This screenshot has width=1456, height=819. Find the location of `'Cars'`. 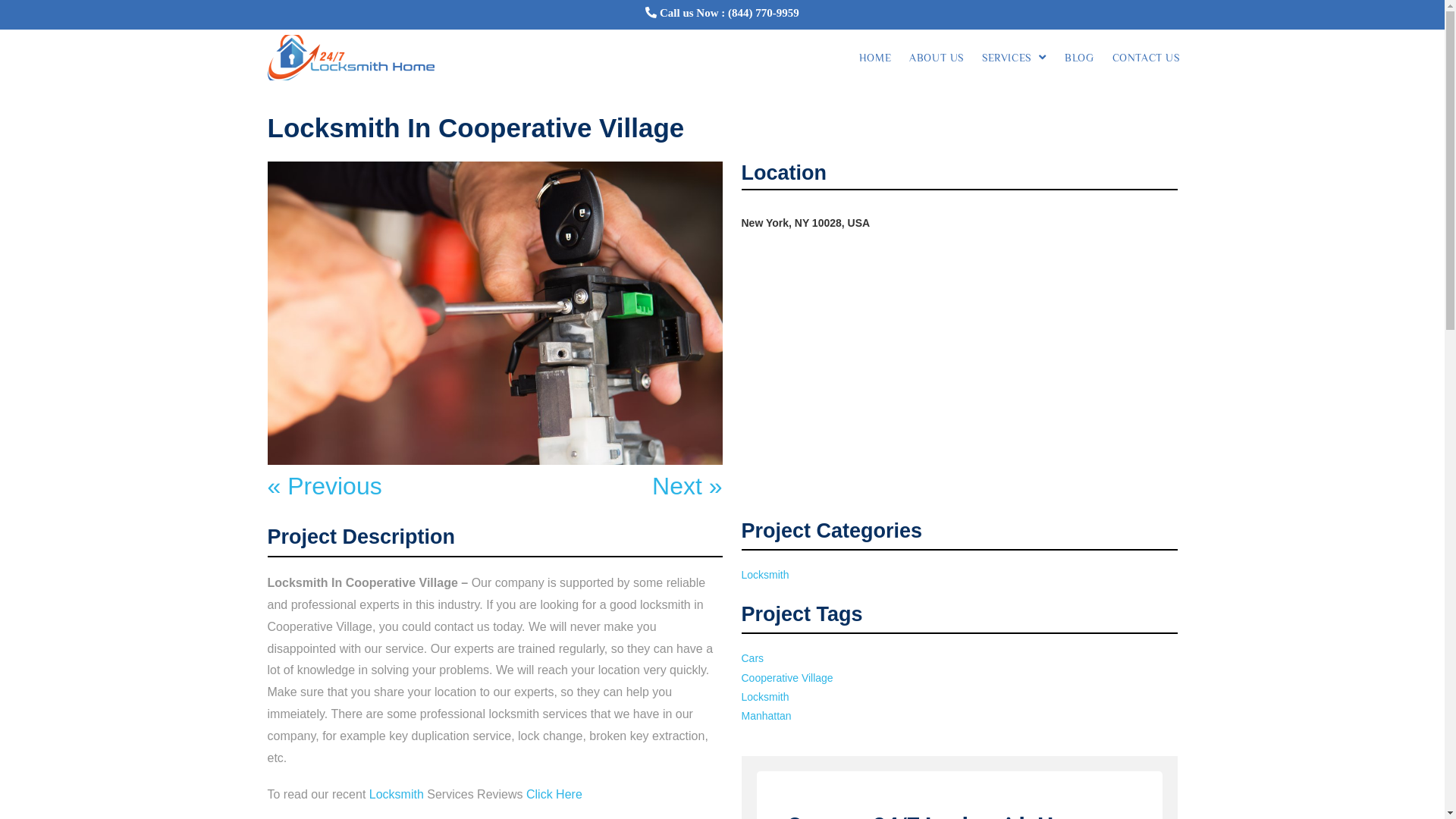

'Cars' is located at coordinates (753, 657).